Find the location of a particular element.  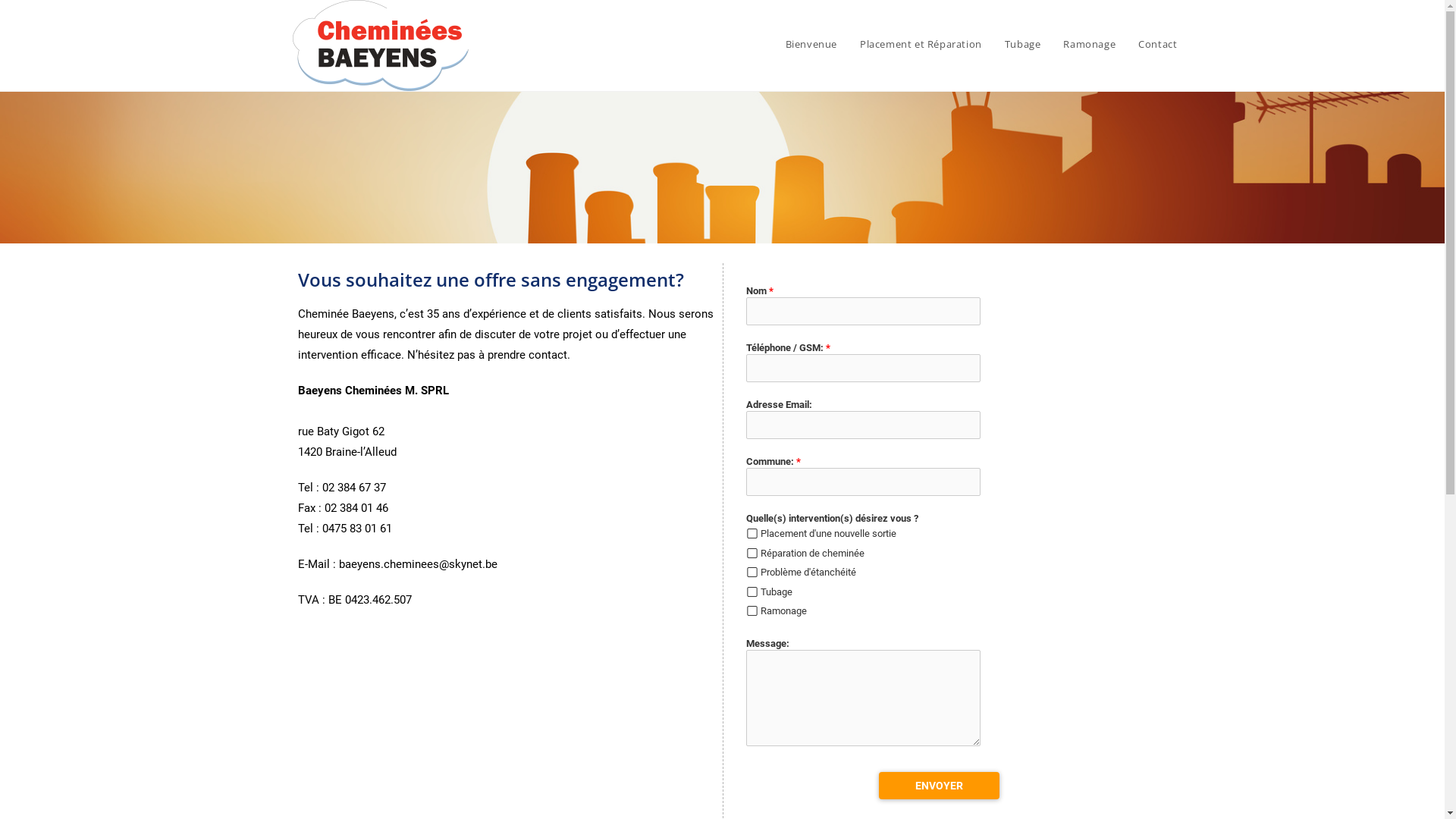

'Tubage' is located at coordinates (1022, 42).